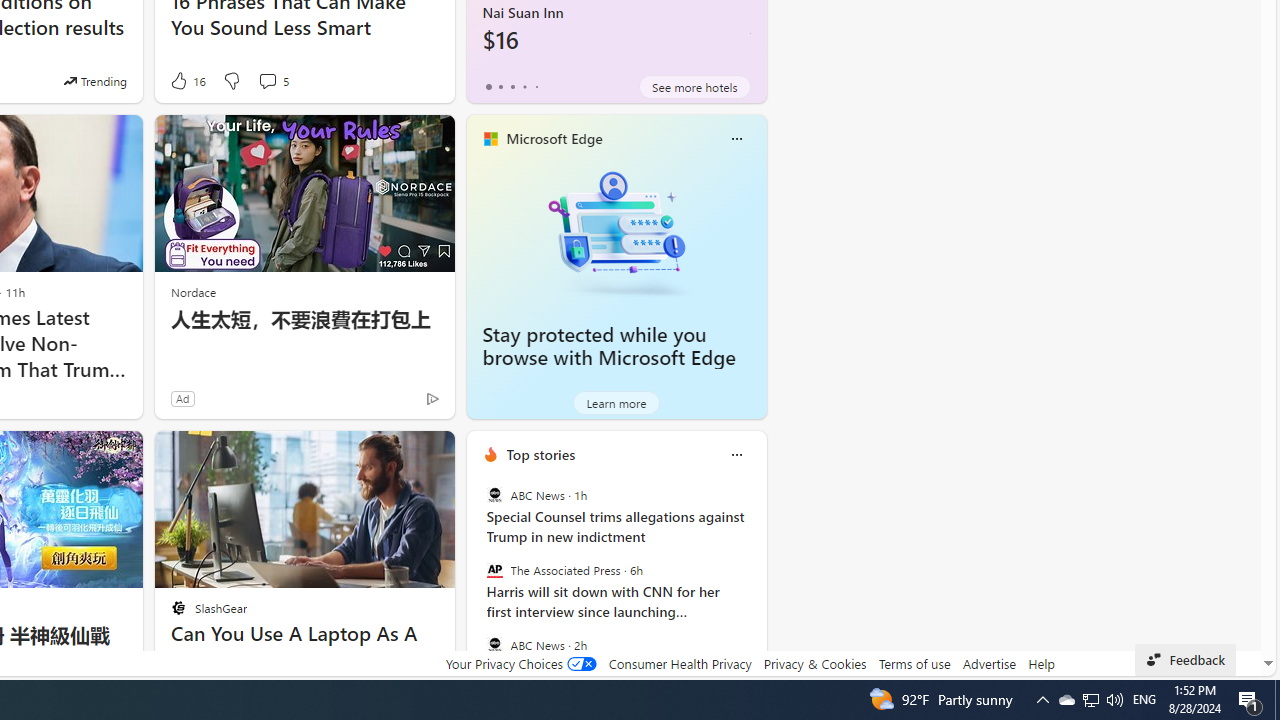 This screenshot has width=1280, height=720. Describe the element at coordinates (512, 86) in the screenshot. I see `'tab-2'` at that location.